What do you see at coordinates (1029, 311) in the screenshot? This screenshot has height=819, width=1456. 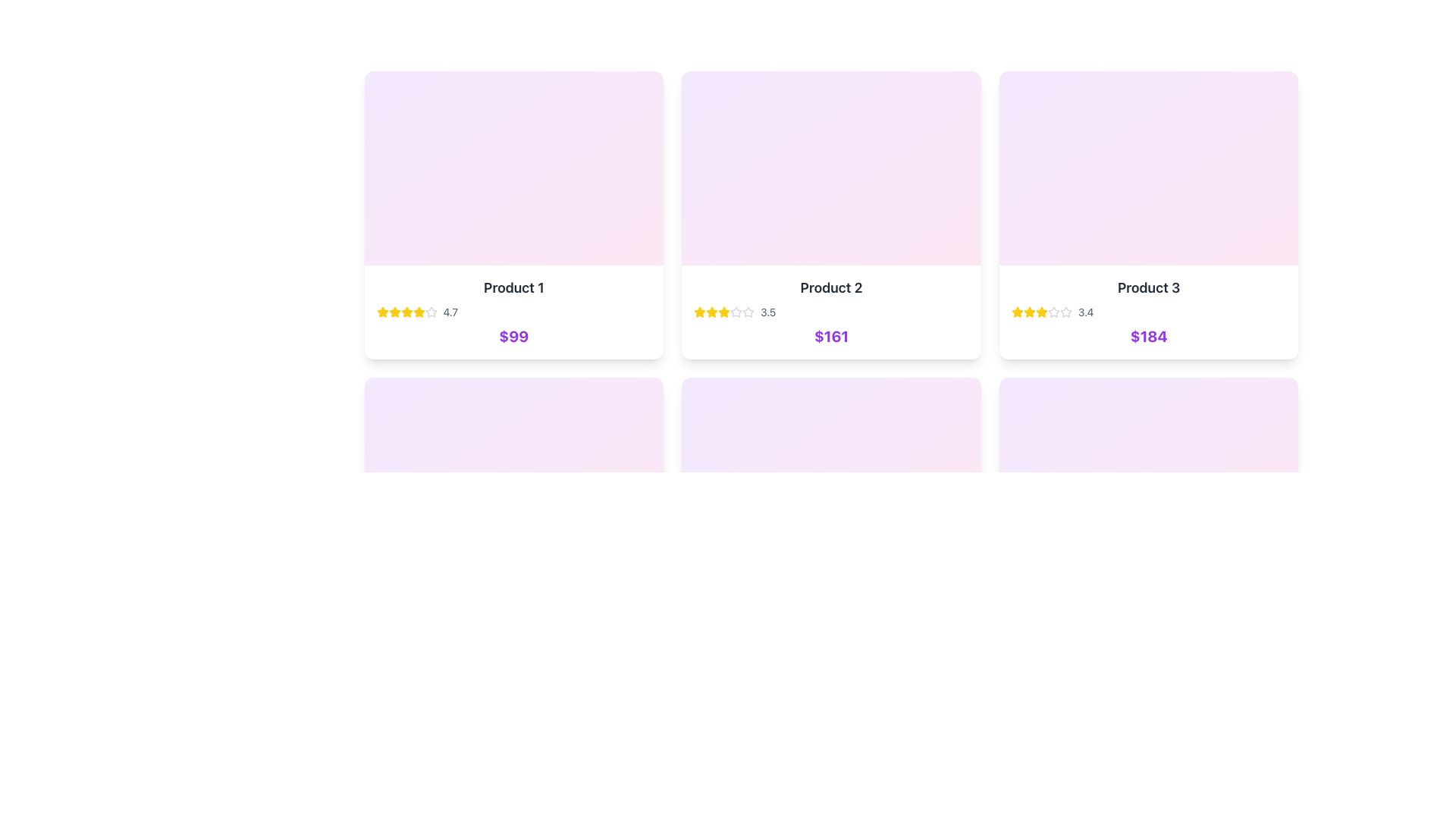 I see `the first star icon in the rating system under the 'Product 3' card, located at the top-right section of the interface` at bounding box center [1029, 311].